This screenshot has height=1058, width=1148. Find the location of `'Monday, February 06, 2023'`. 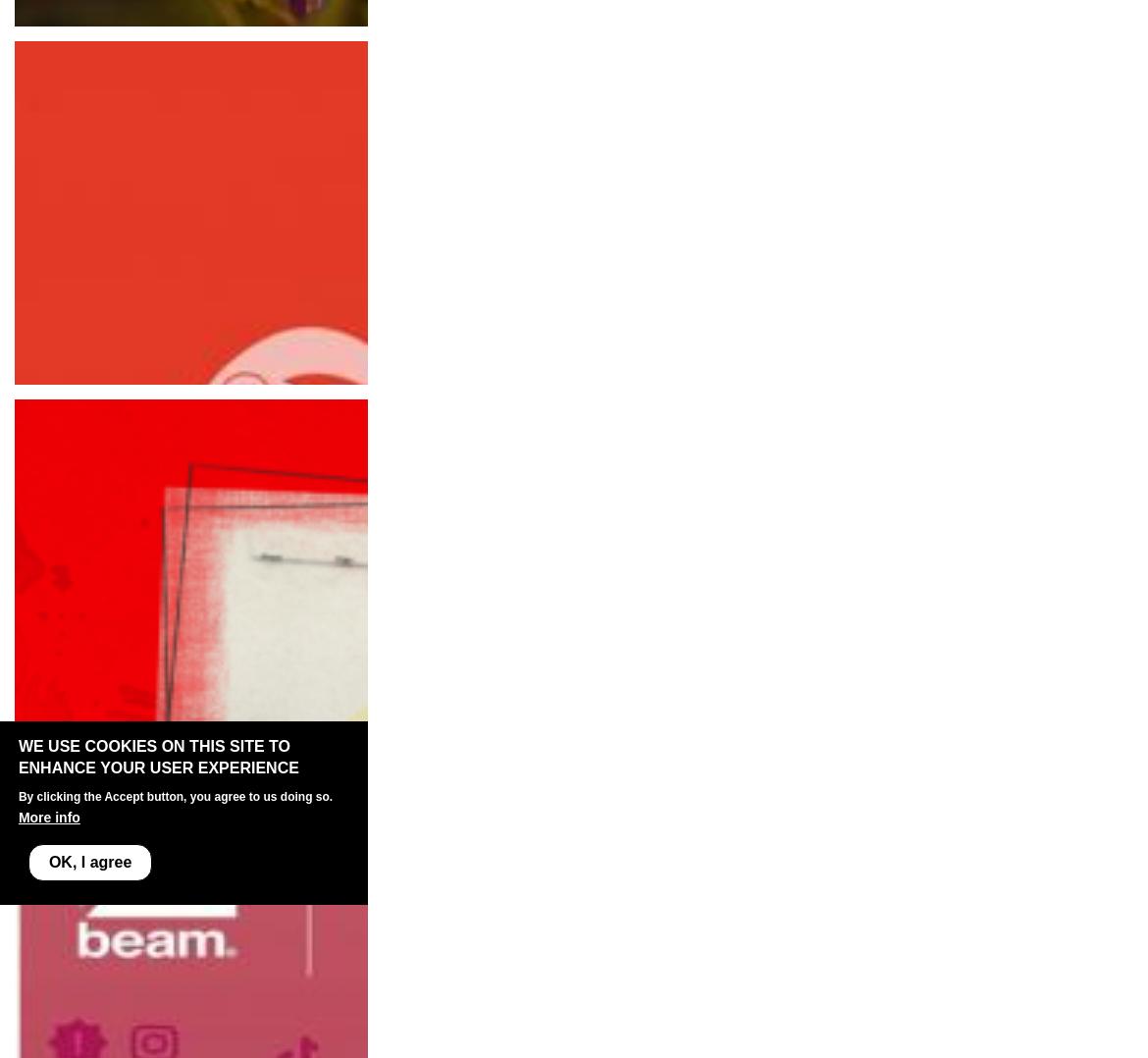

'Monday, February 06, 2023' is located at coordinates (110, 741).